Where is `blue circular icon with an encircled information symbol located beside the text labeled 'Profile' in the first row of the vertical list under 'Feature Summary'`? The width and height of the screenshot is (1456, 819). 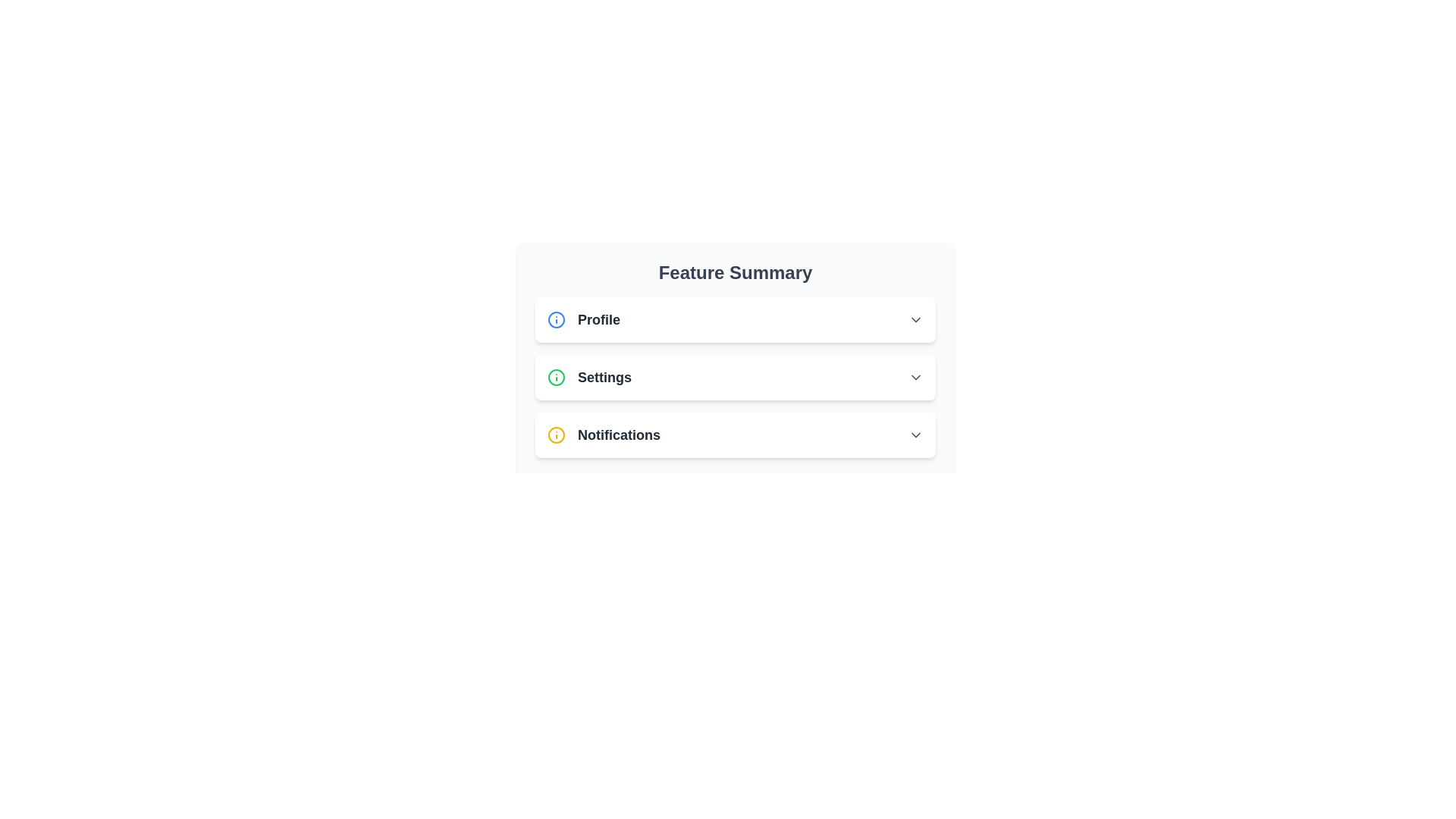 blue circular icon with an encircled information symbol located beside the text labeled 'Profile' in the first row of the vertical list under 'Feature Summary' is located at coordinates (556, 318).